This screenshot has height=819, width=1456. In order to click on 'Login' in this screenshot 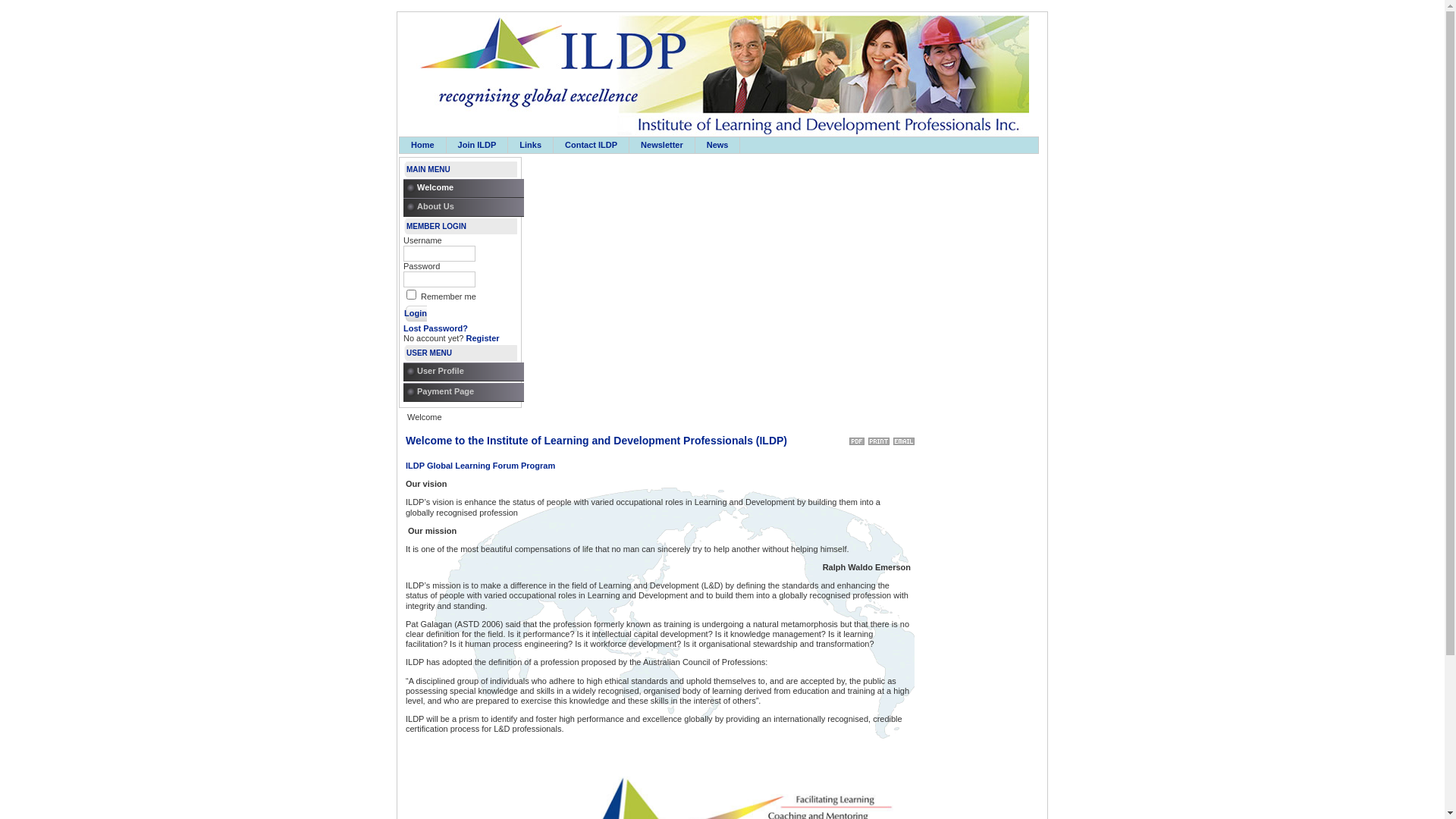, I will do `click(415, 312)`.